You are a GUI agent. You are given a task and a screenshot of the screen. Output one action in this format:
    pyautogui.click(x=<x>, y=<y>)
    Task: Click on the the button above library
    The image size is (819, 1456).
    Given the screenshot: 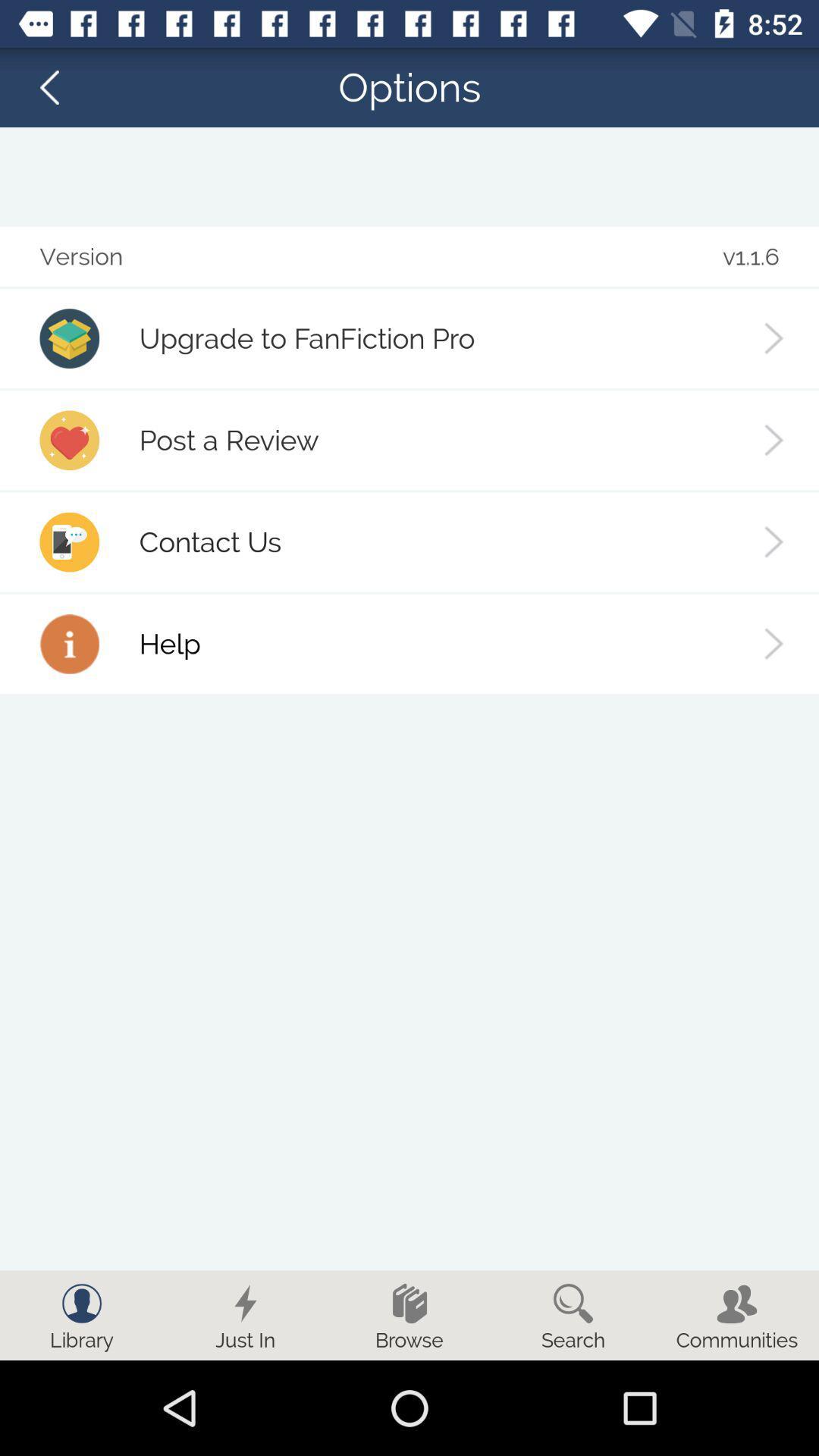 What is the action you would take?
    pyautogui.click(x=82, y=1302)
    